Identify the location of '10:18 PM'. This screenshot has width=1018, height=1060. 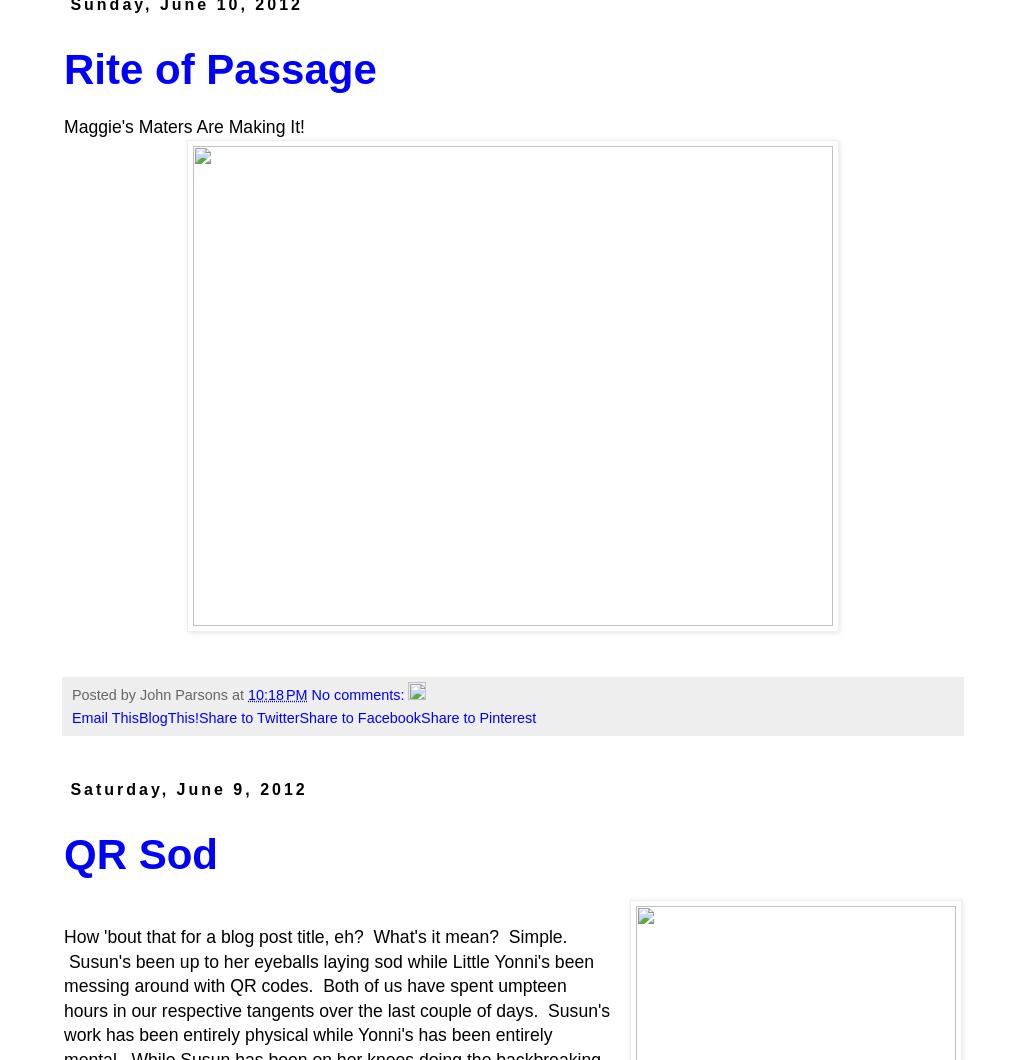
(277, 694).